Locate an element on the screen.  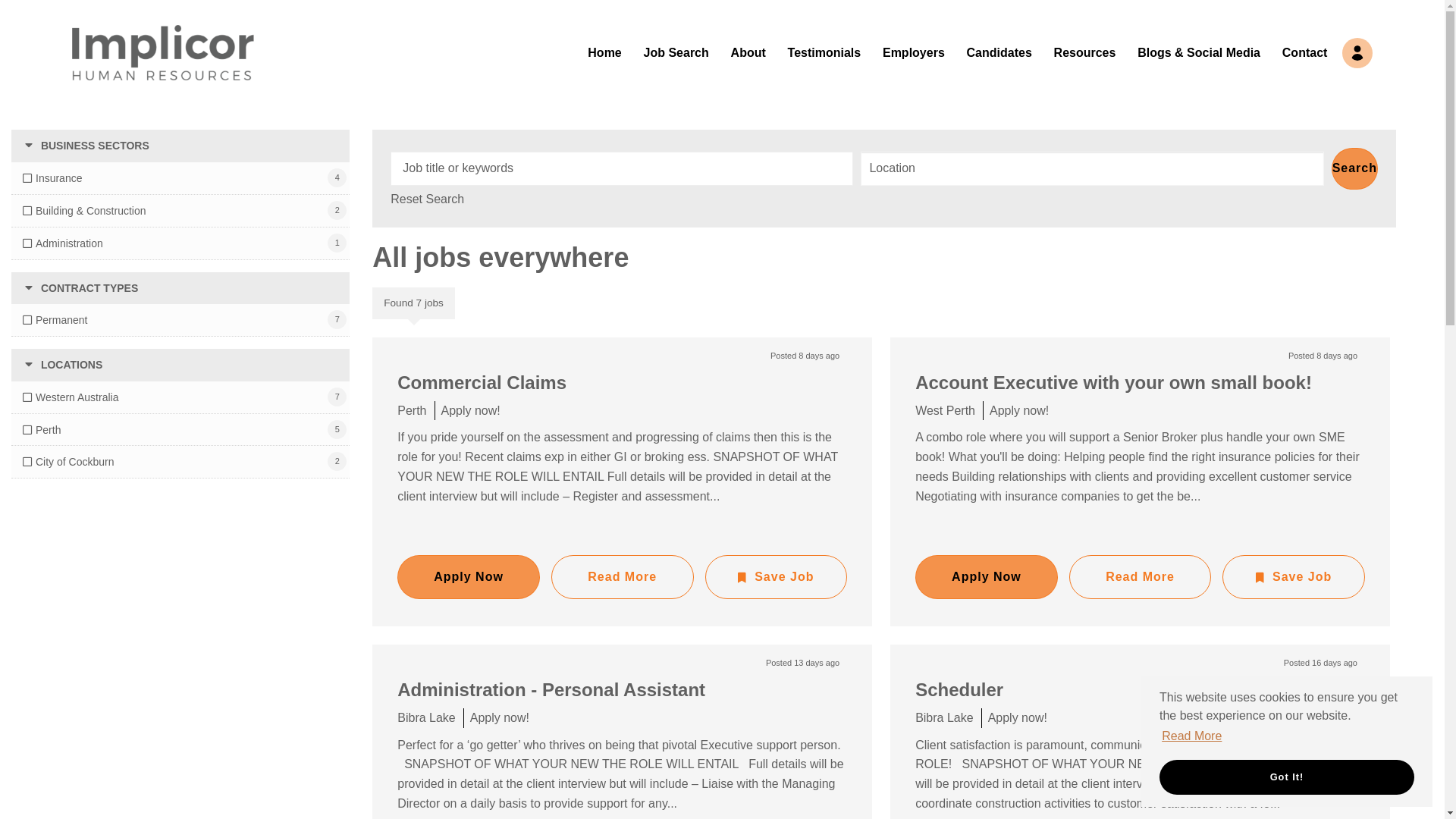
'Scheduler' is located at coordinates (959, 689).